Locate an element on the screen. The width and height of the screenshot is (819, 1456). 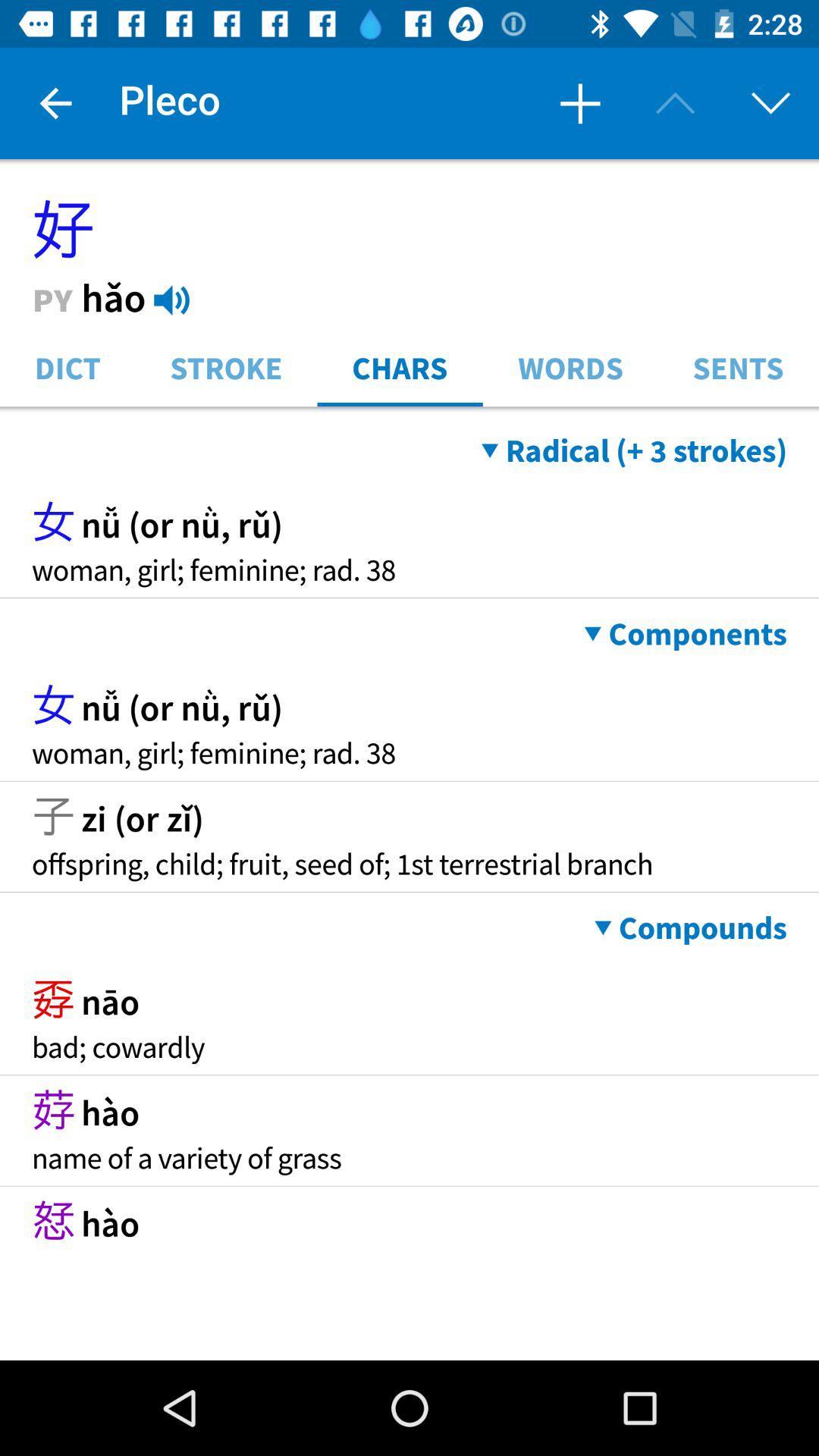
the item next to the chars icon is located at coordinates (226, 366).